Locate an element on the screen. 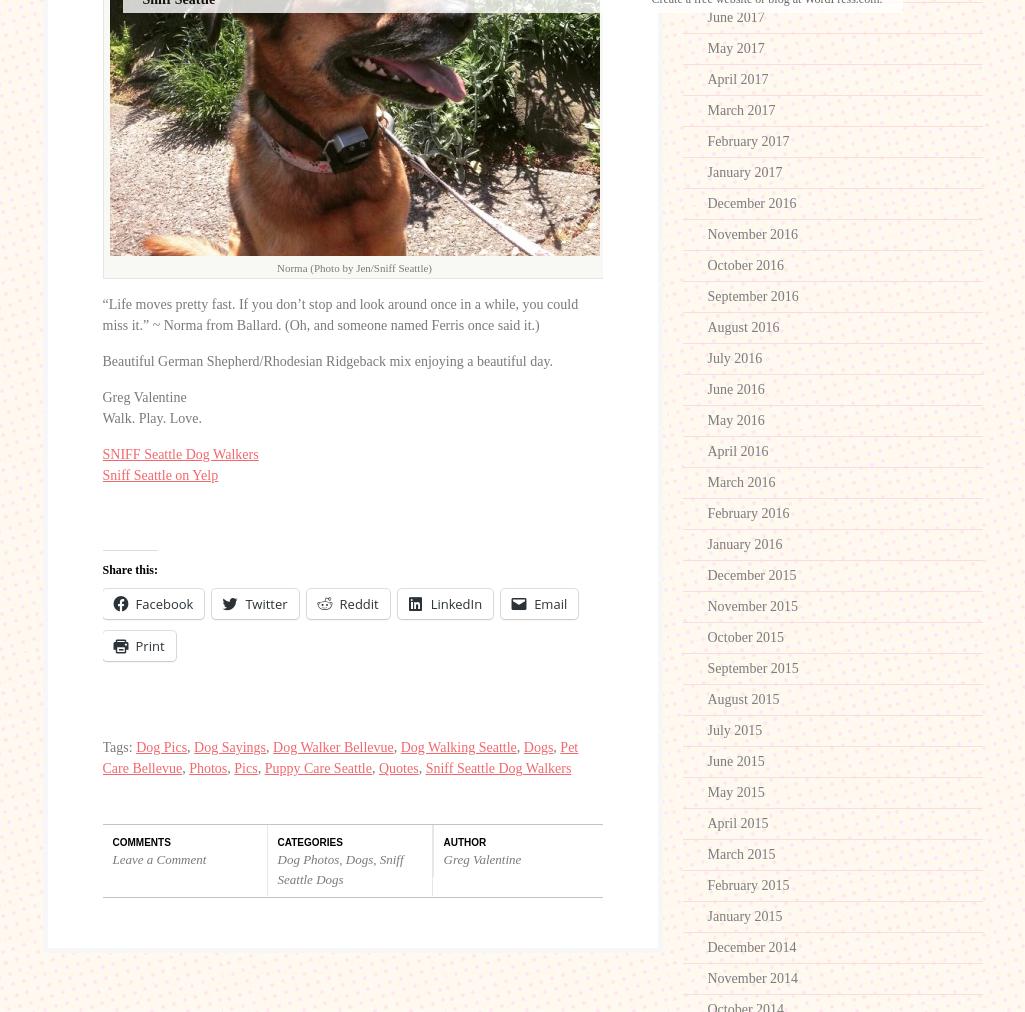 Image resolution: width=1025 pixels, height=1012 pixels. 'Dog Walking Seattle' is located at coordinates (456, 747).